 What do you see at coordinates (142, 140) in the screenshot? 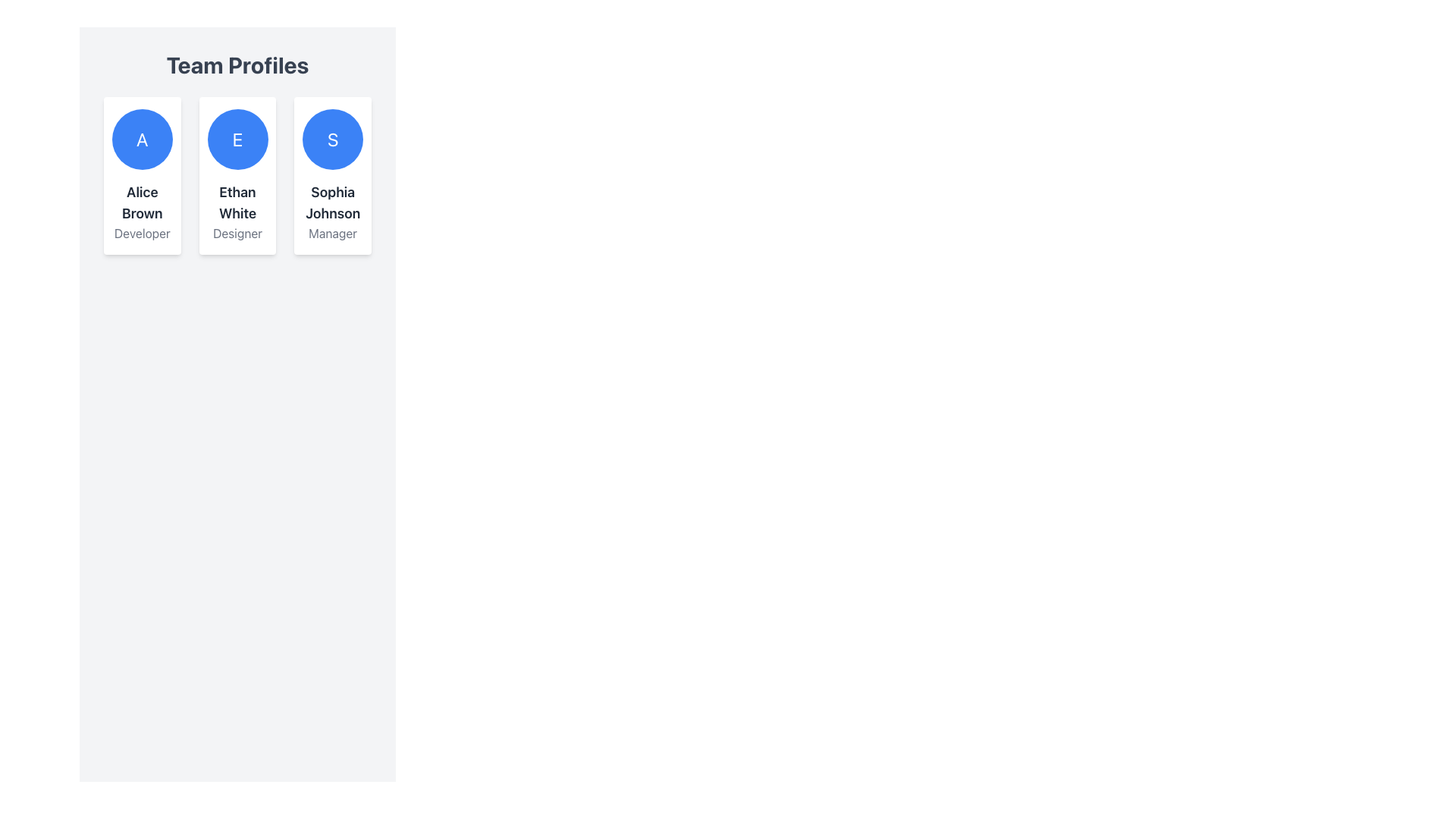
I see `the avatar representing 'Alice Brown' at the center of the profile card` at bounding box center [142, 140].